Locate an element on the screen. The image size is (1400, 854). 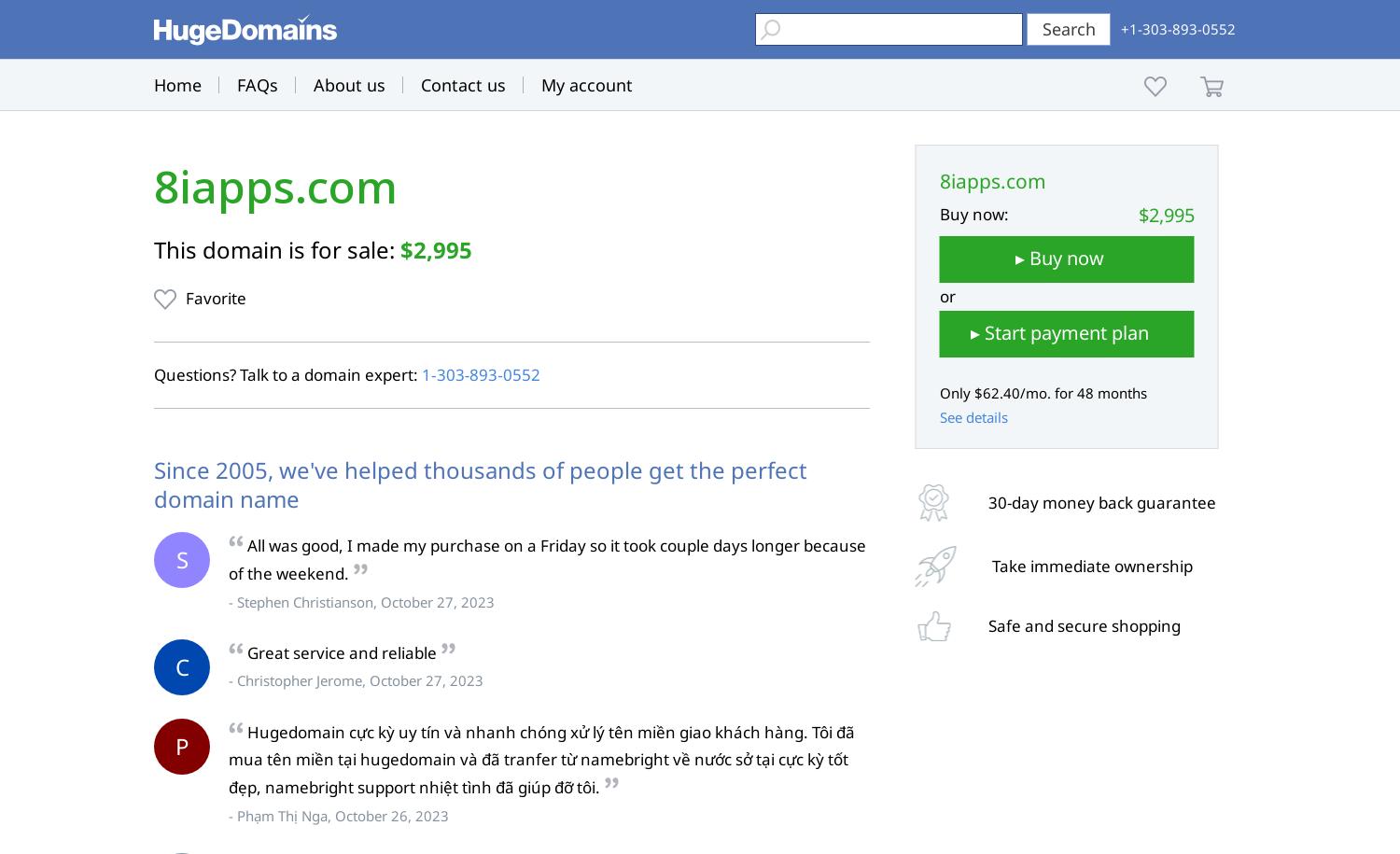
'+1-303-893-0552' is located at coordinates (1178, 29).